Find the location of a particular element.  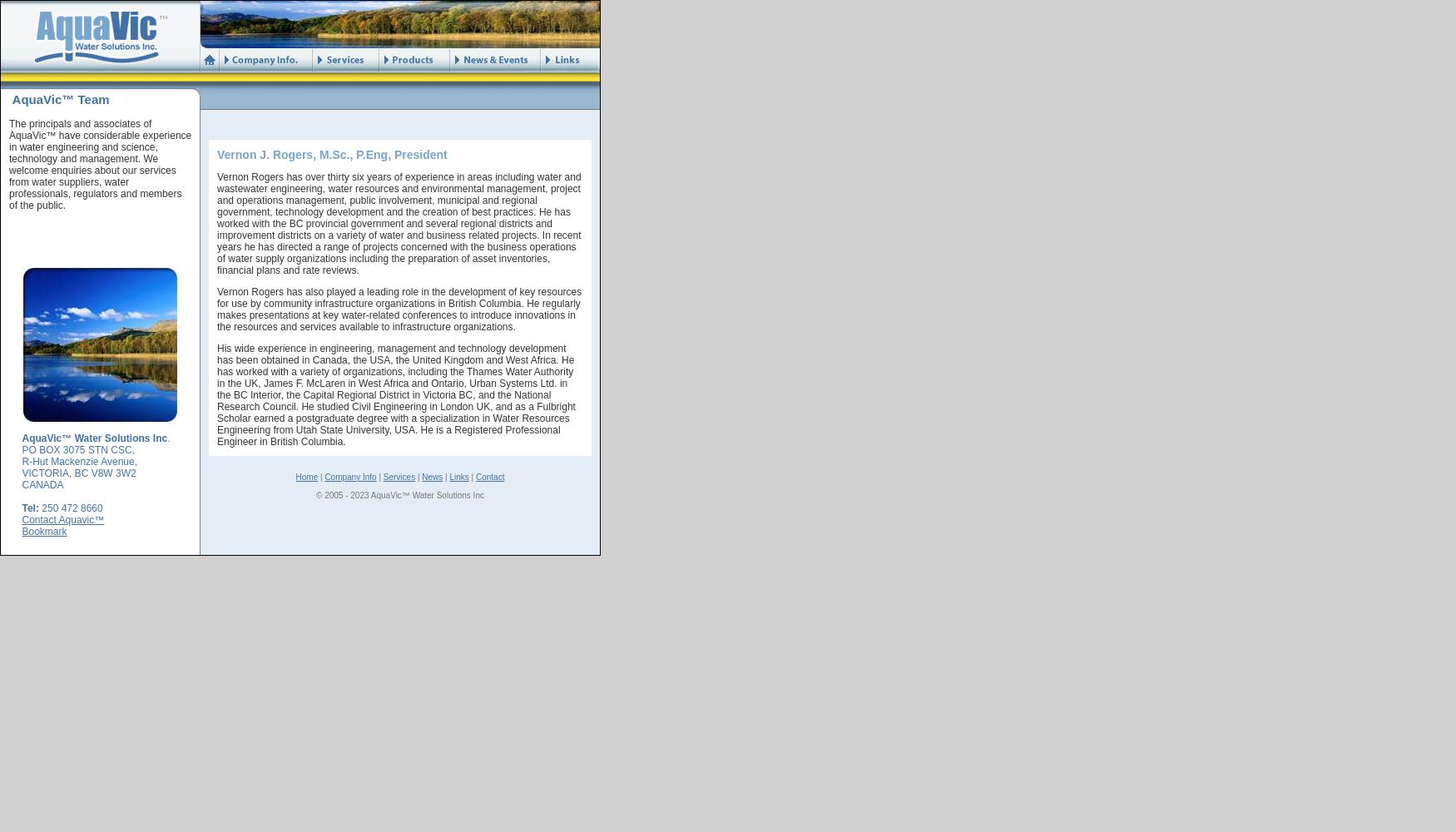

'Contact' is located at coordinates (490, 476).